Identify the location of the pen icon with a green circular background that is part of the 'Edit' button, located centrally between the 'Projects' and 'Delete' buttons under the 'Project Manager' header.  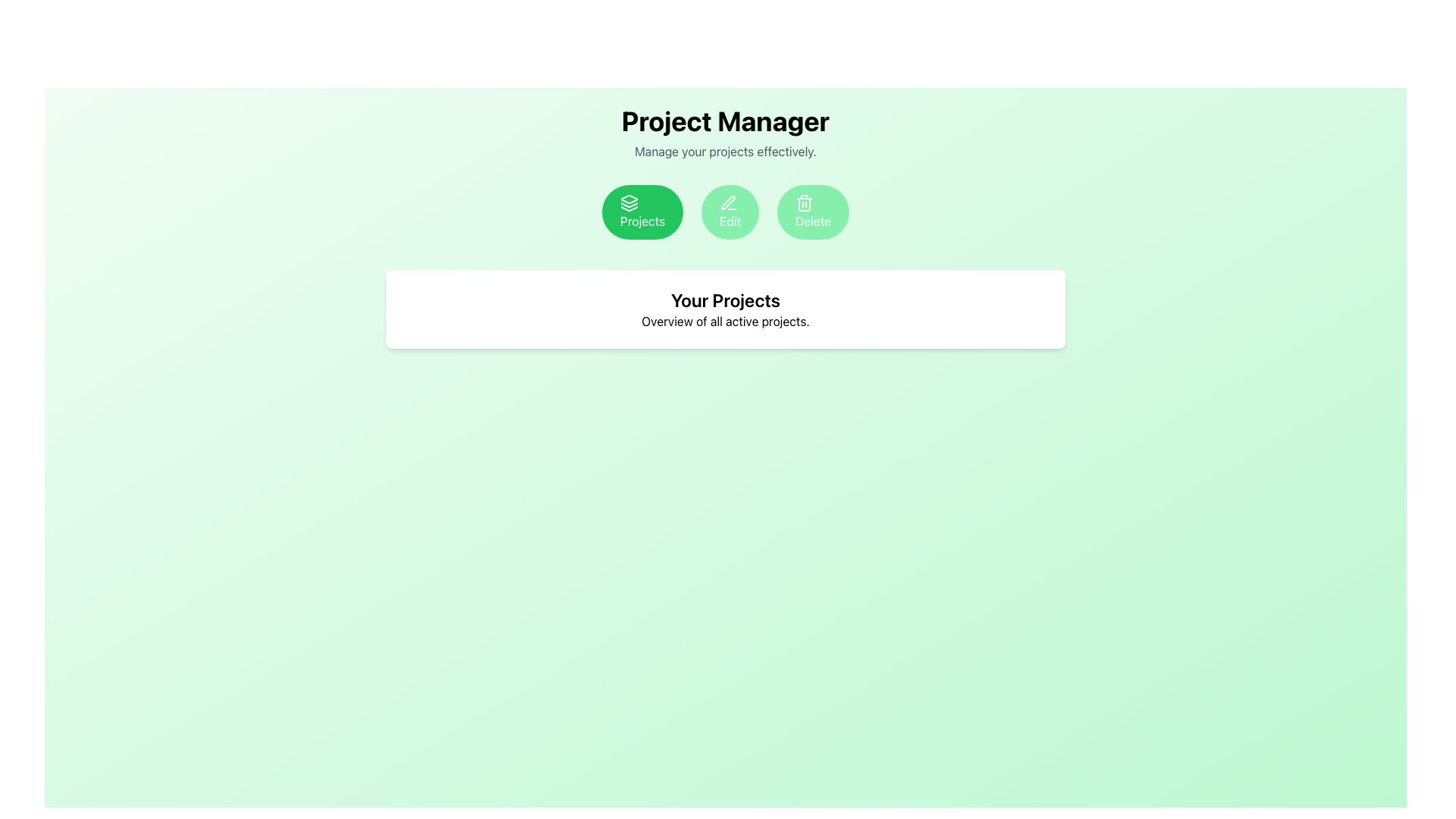
(729, 202).